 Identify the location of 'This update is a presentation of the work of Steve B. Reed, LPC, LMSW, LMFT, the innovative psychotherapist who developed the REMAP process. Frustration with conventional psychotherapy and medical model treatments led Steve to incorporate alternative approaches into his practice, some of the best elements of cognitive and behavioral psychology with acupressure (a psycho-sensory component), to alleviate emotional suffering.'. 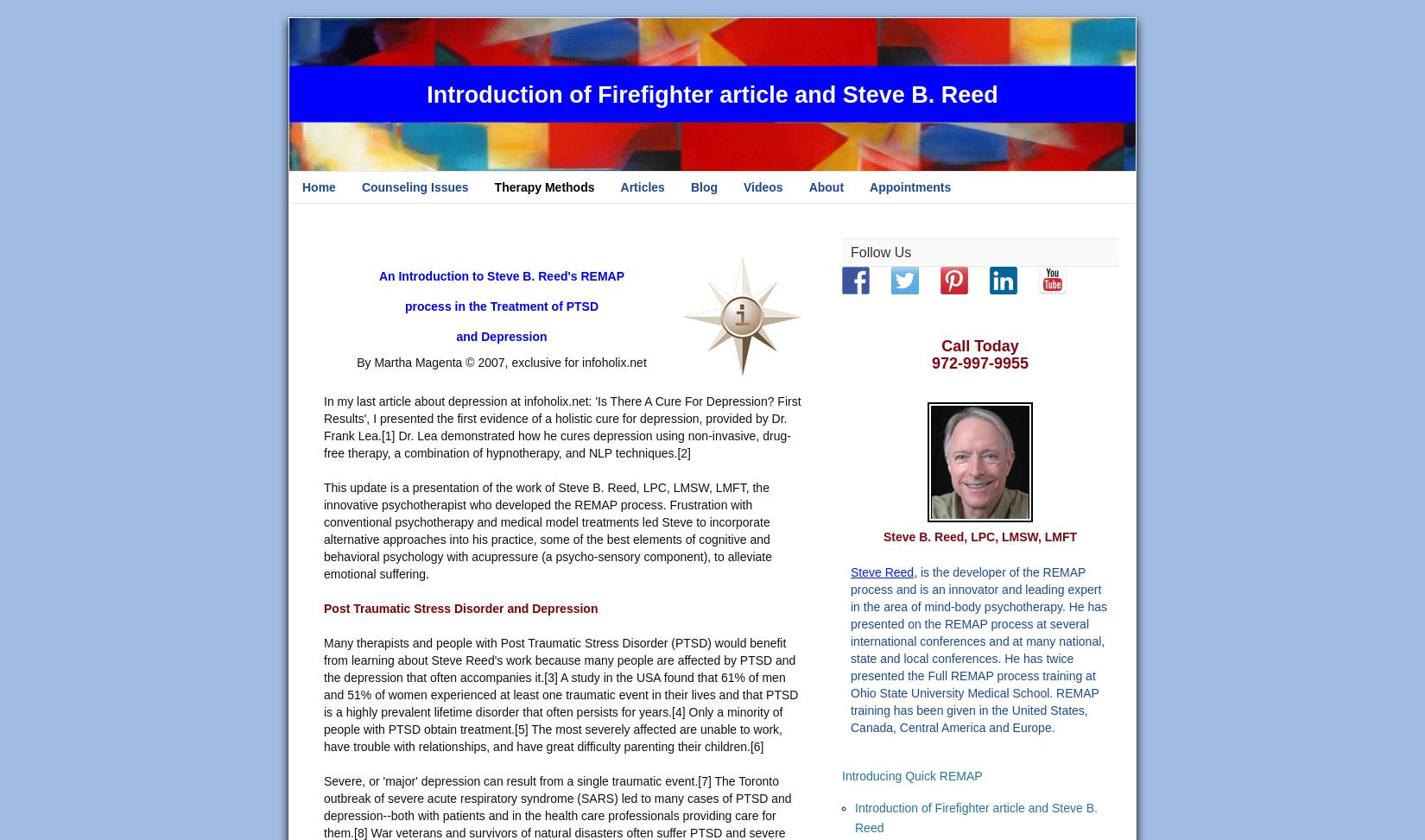
(547, 531).